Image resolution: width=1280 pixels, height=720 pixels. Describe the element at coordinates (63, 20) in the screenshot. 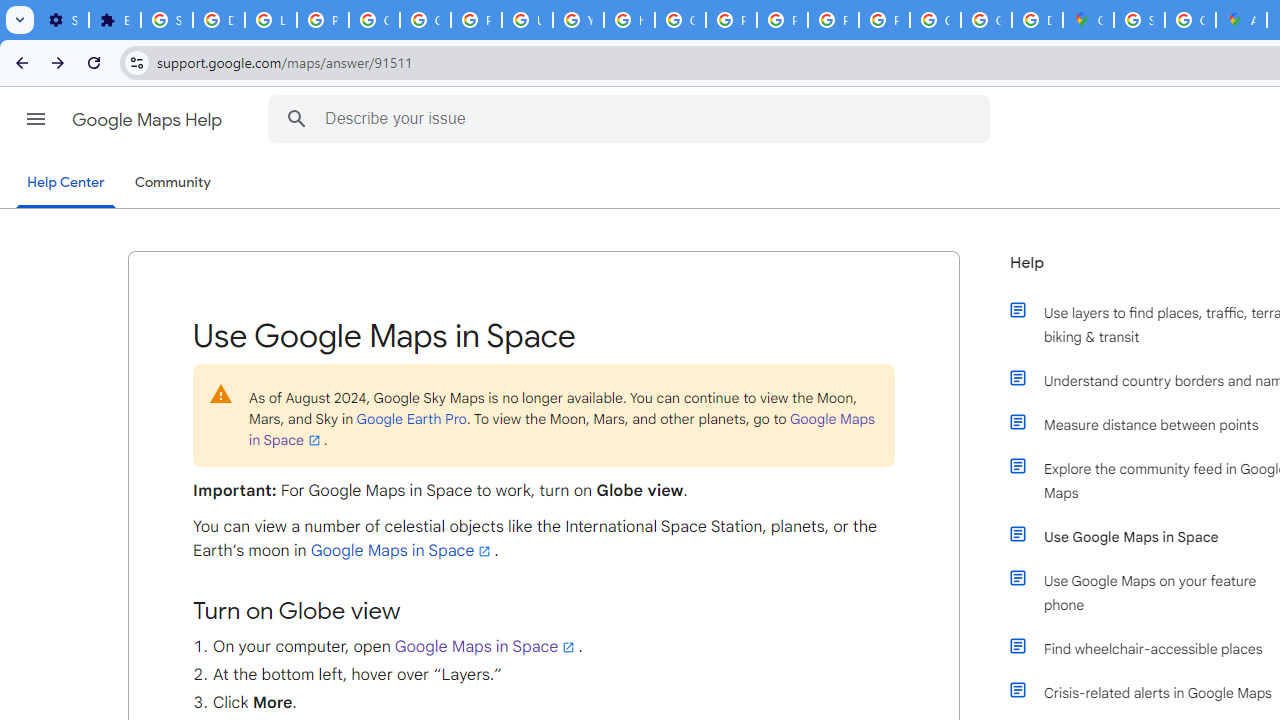

I see `'Settings - On startup'` at that location.